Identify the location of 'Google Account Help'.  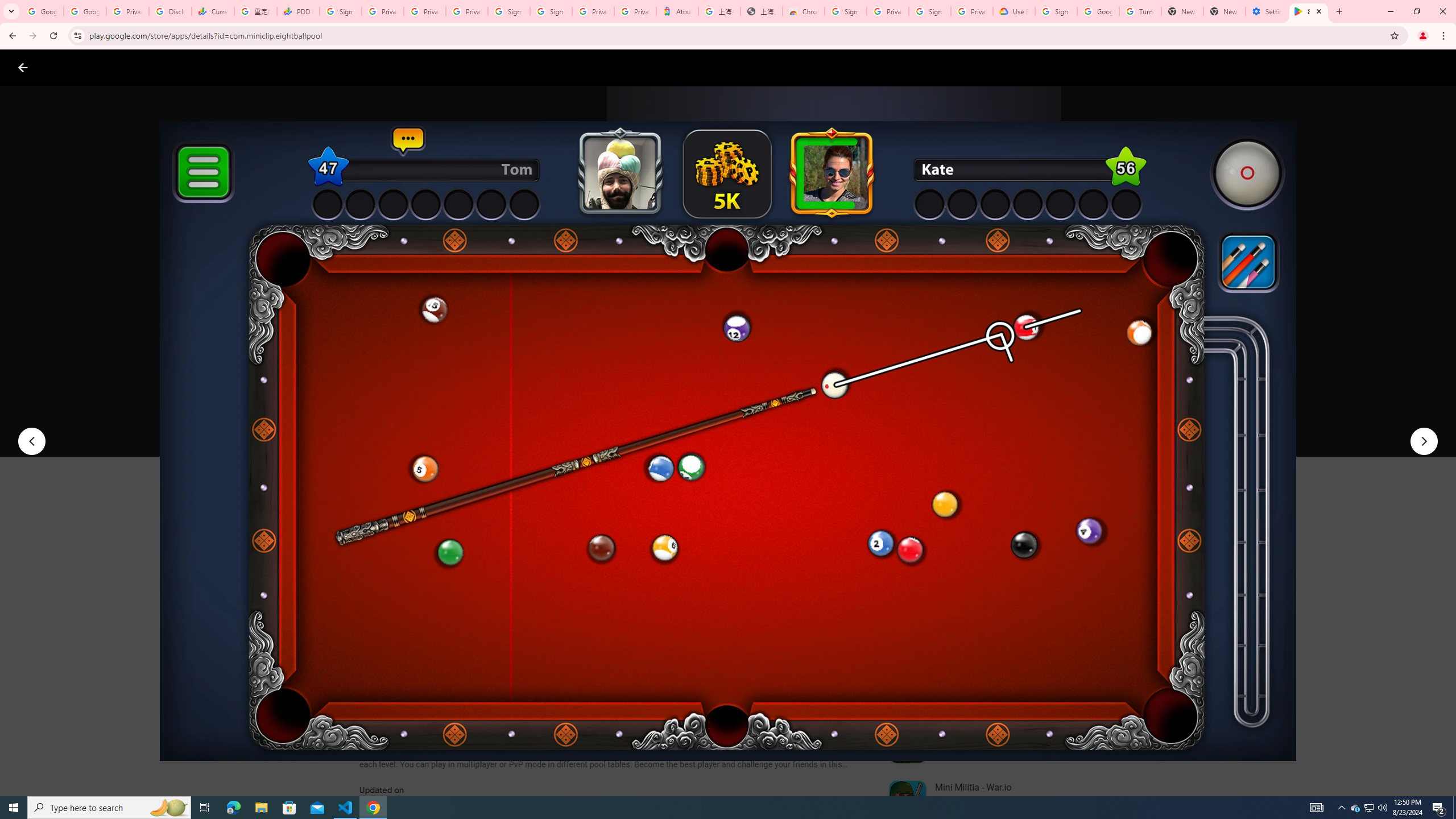
(1097, 11).